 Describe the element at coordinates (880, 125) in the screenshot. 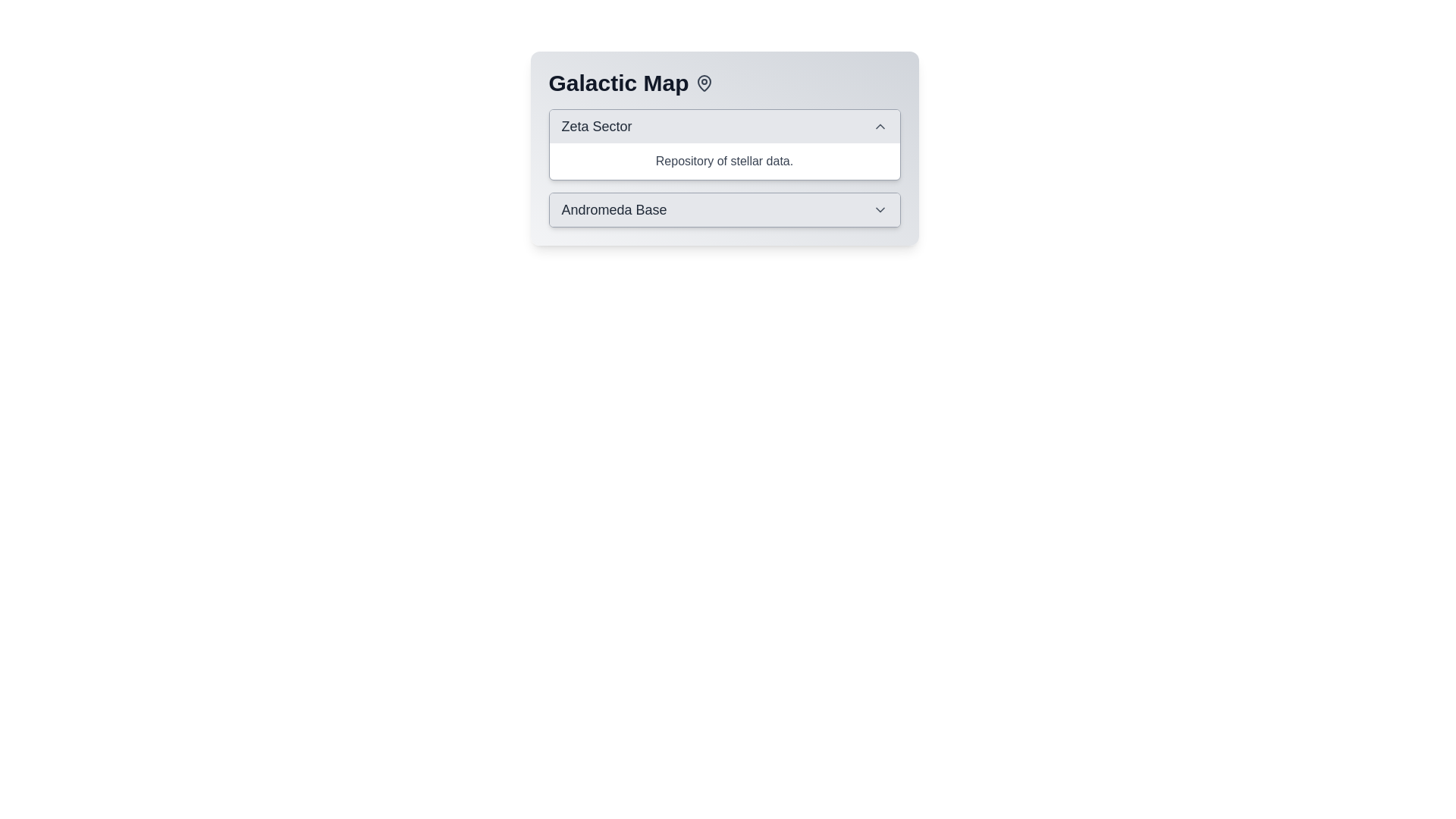

I see `the icon button located at the far-right end of the 'Zeta Sector' section` at that location.